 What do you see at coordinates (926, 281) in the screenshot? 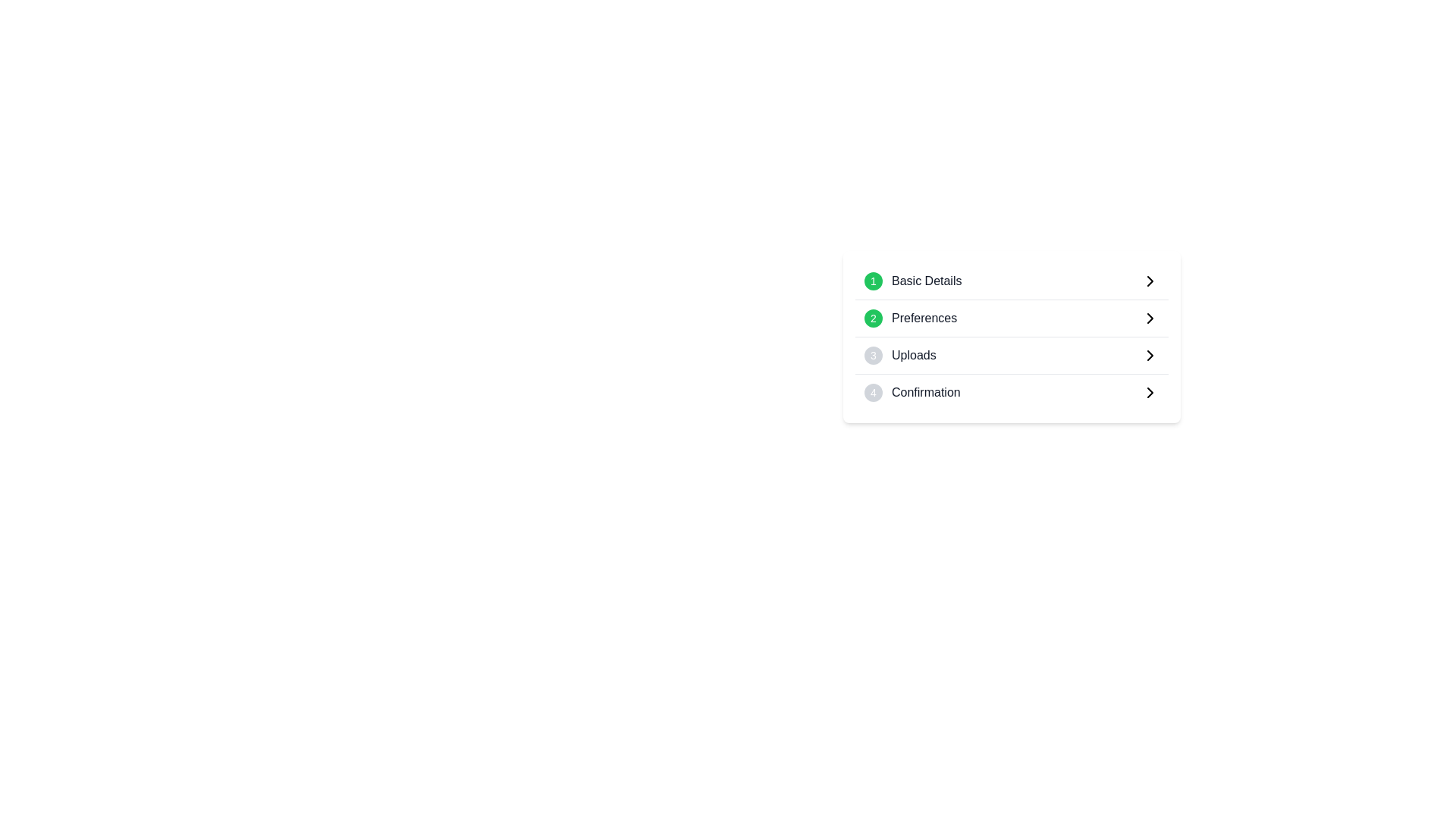
I see `the 'Basic Details' label, which is displayed in bold, dark-gray typography and positioned to the right of a green circular icon with a white '1'` at bounding box center [926, 281].